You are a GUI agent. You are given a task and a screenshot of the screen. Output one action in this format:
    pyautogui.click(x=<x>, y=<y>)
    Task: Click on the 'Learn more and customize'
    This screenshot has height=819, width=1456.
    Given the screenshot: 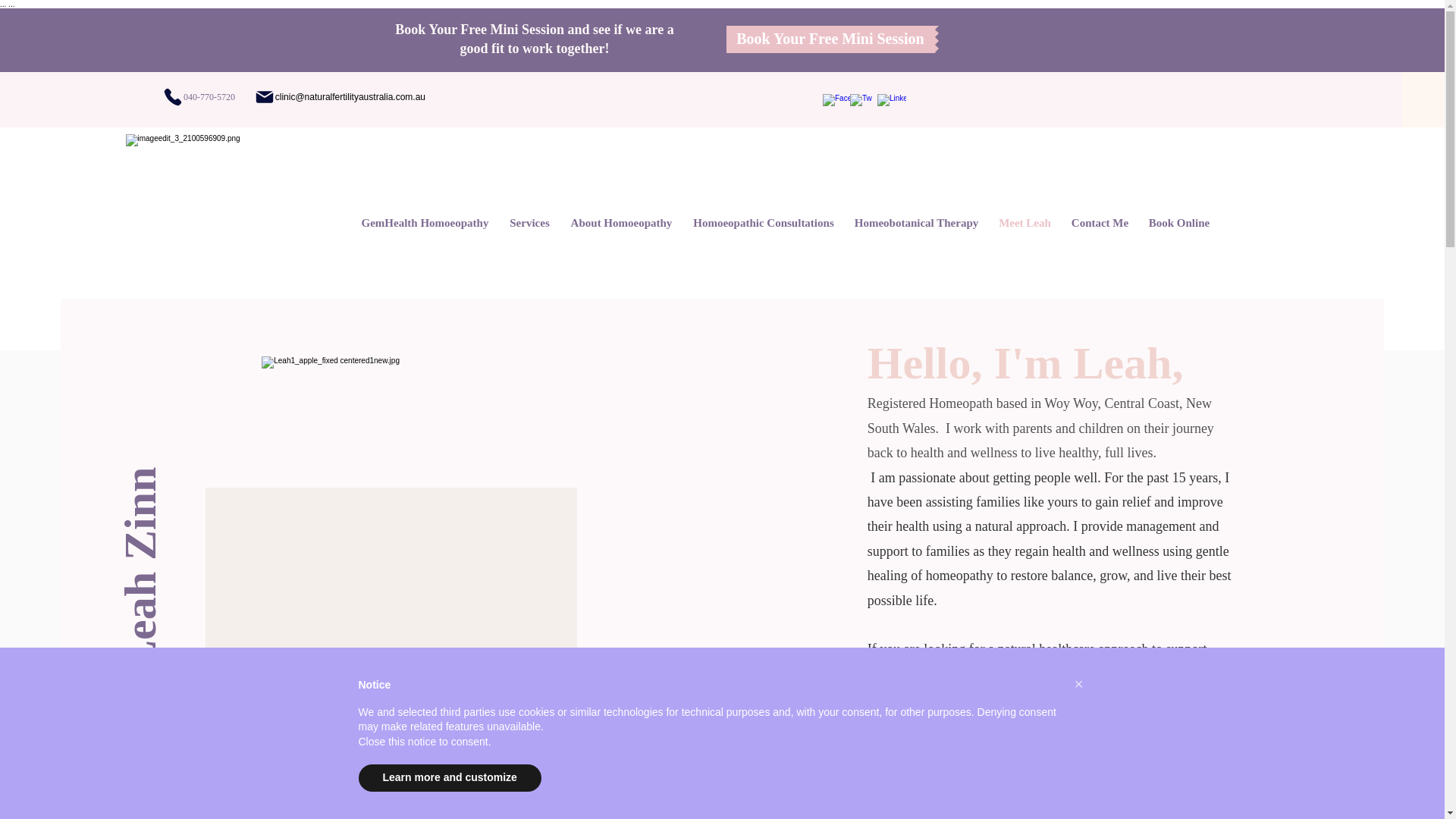 What is the action you would take?
    pyautogui.click(x=448, y=778)
    